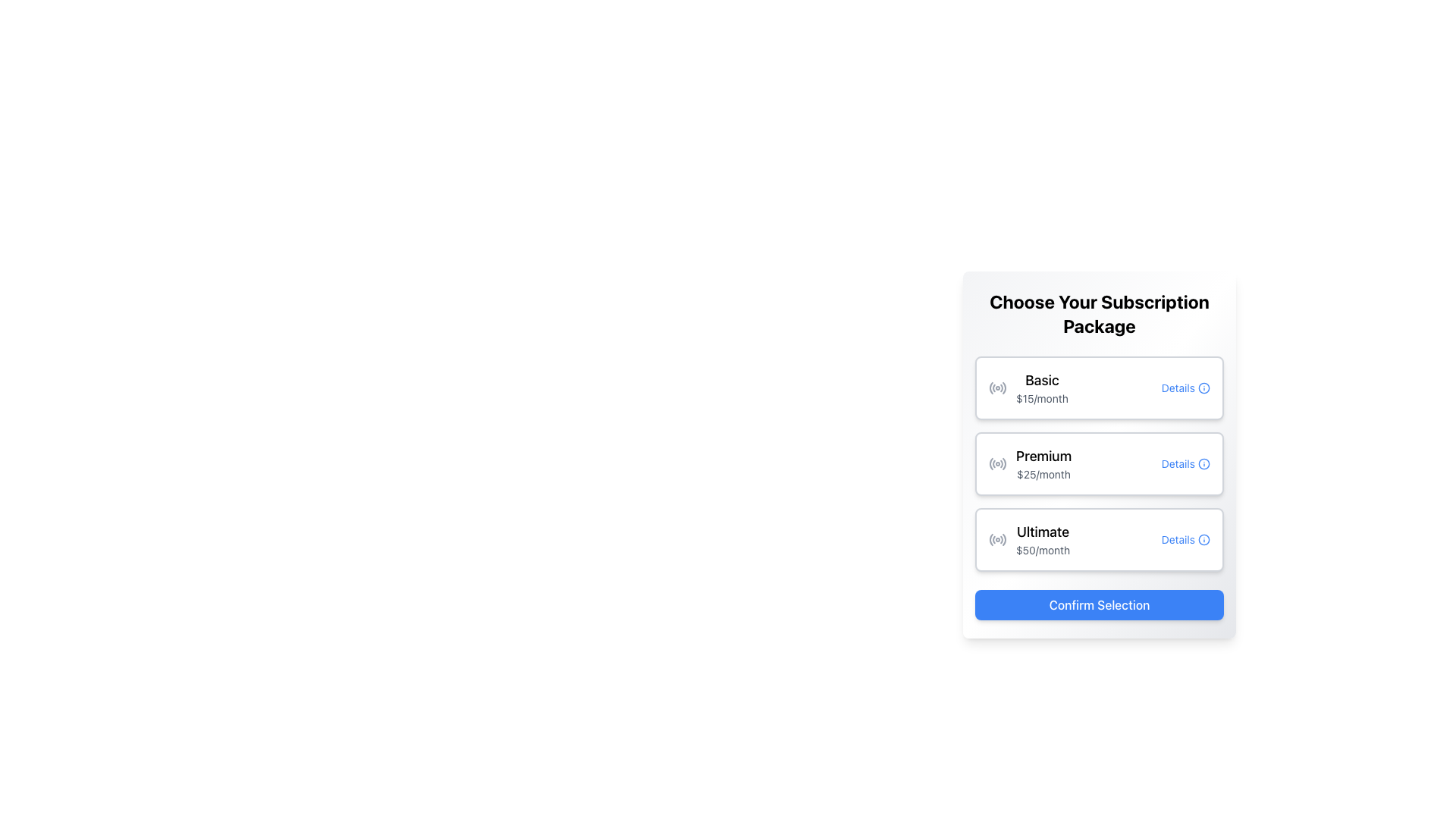 This screenshot has height=819, width=1456. What do you see at coordinates (997, 388) in the screenshot?
I see `the radio button icon for the 'Basic' subscription plan to visually indicate the selected option` at bounding box center [997, 388].